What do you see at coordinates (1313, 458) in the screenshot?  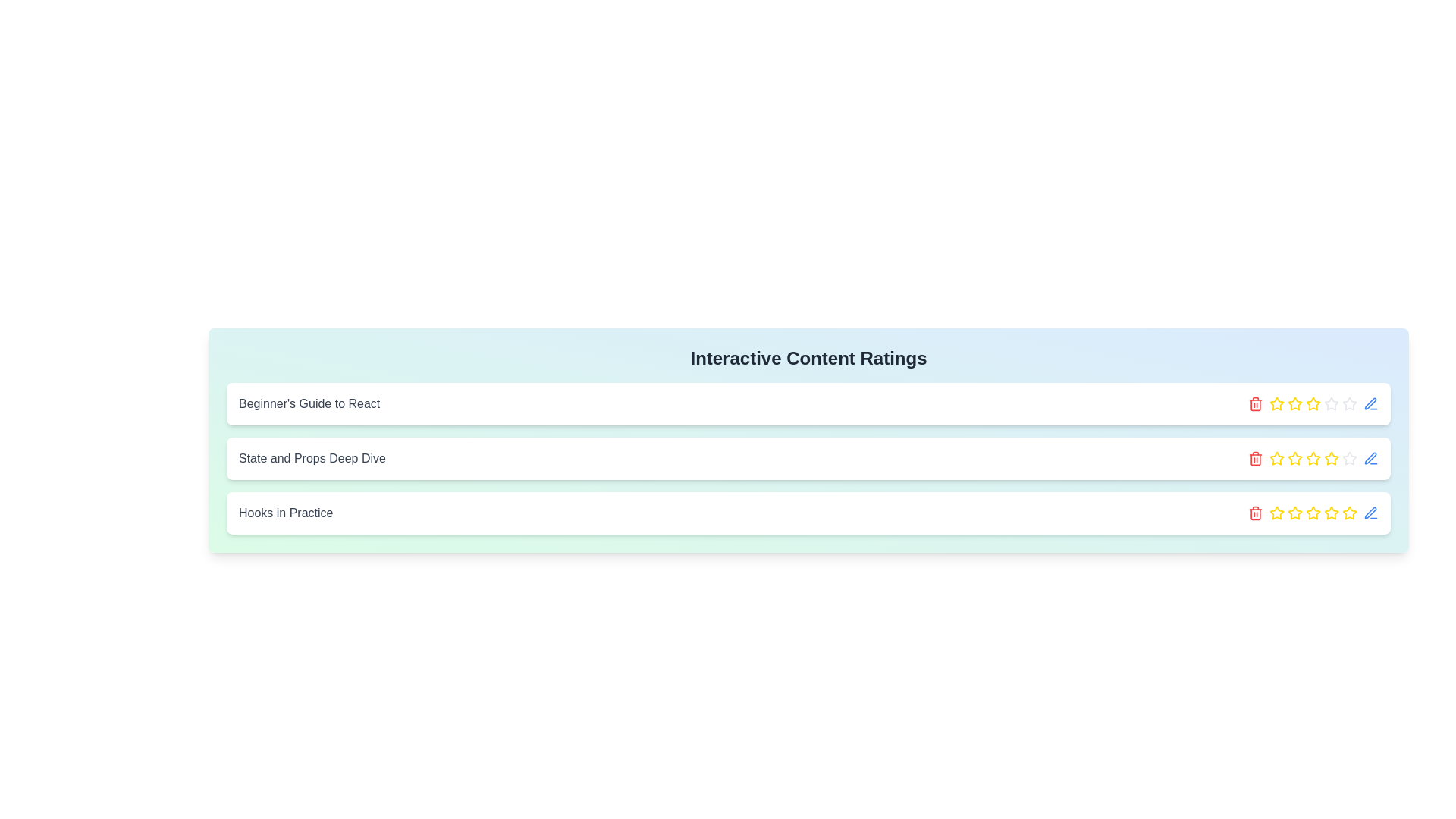 I see `the fourth star icon for ratings, which is a yellow five-pointed star filled with a golden gradient` at bounding box center [1313, 458].